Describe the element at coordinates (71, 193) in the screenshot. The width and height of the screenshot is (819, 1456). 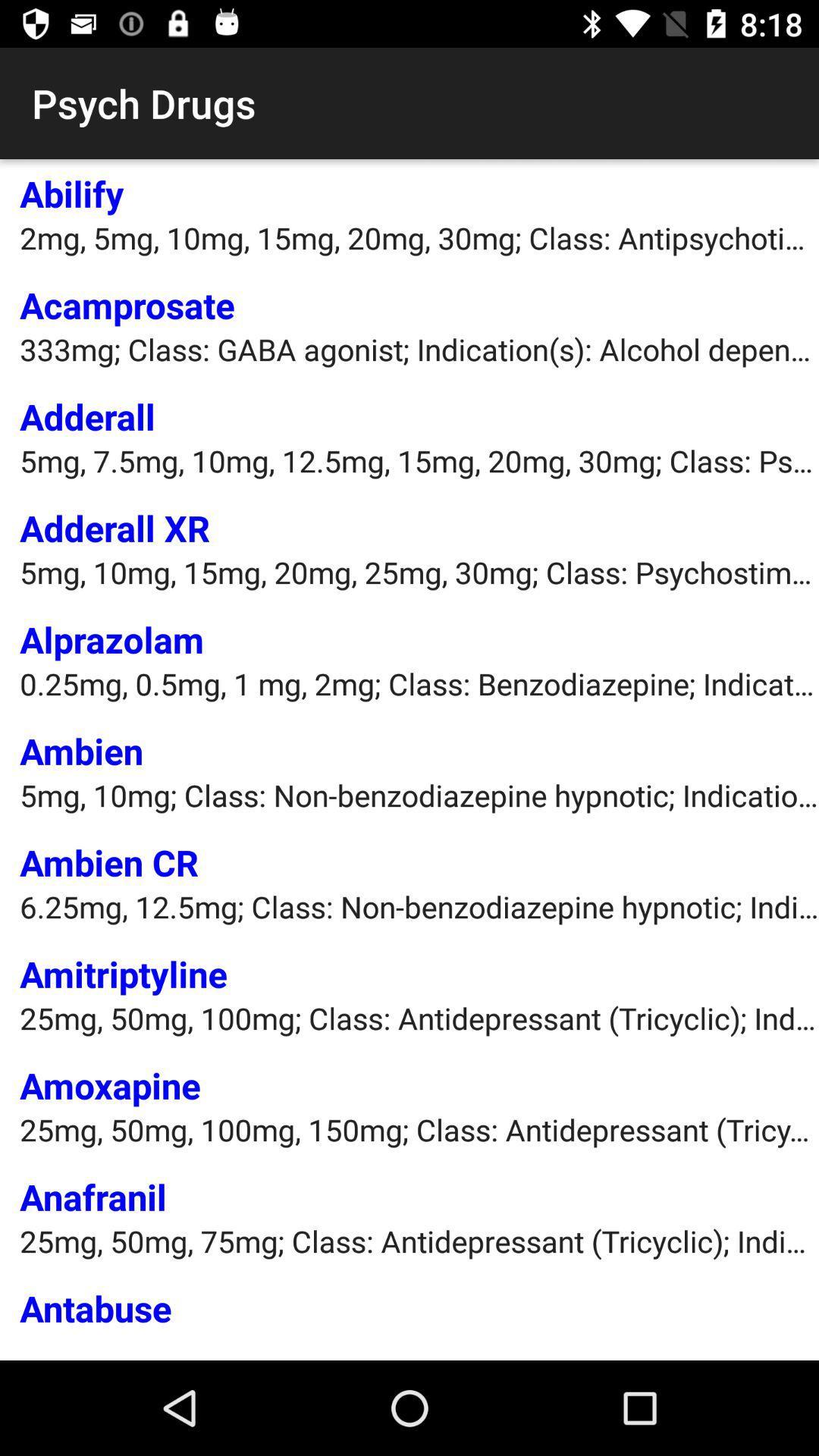
I see `app below psych drugs icon` at that location.